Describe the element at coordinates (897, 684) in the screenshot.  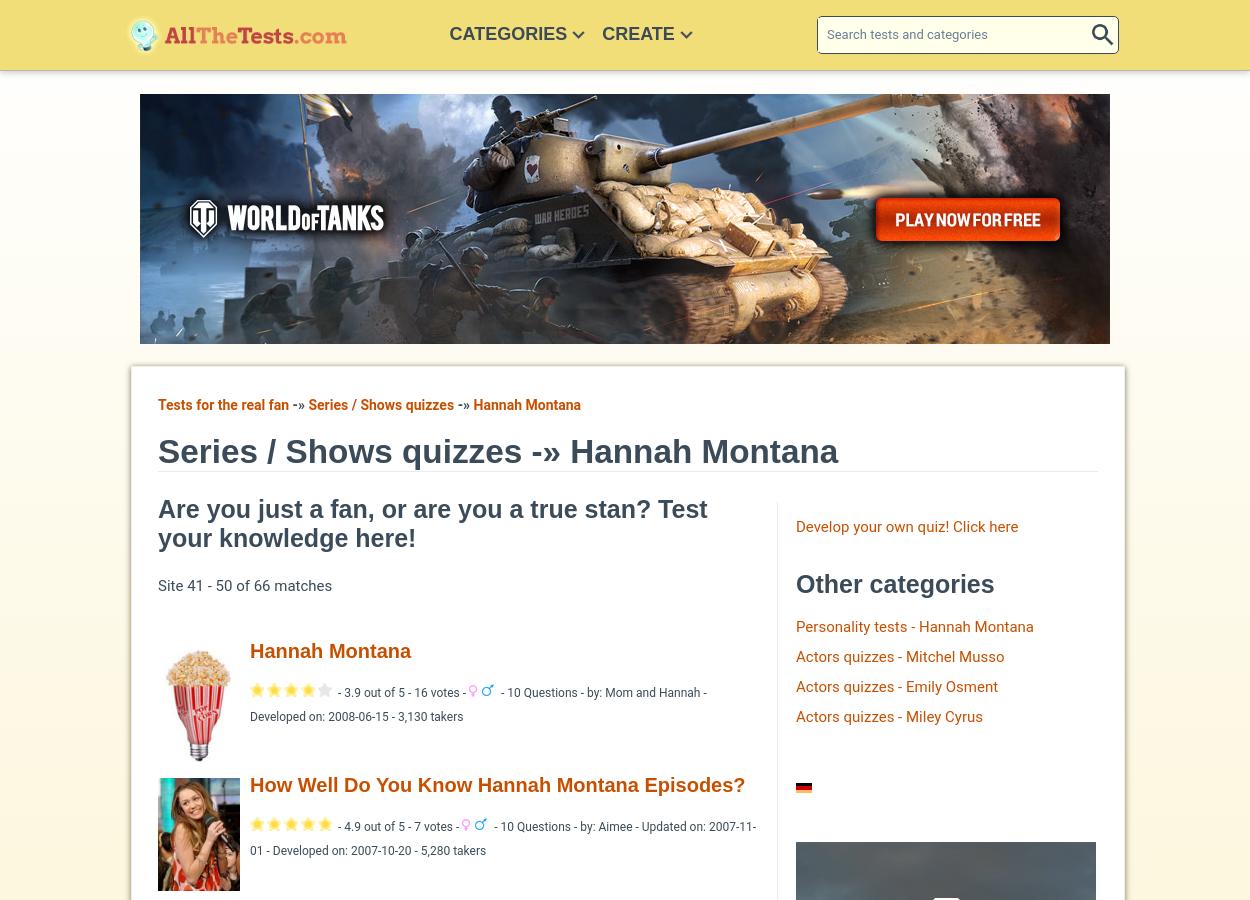
I see `'Actors quizzes - Emily Osment'` at that location.